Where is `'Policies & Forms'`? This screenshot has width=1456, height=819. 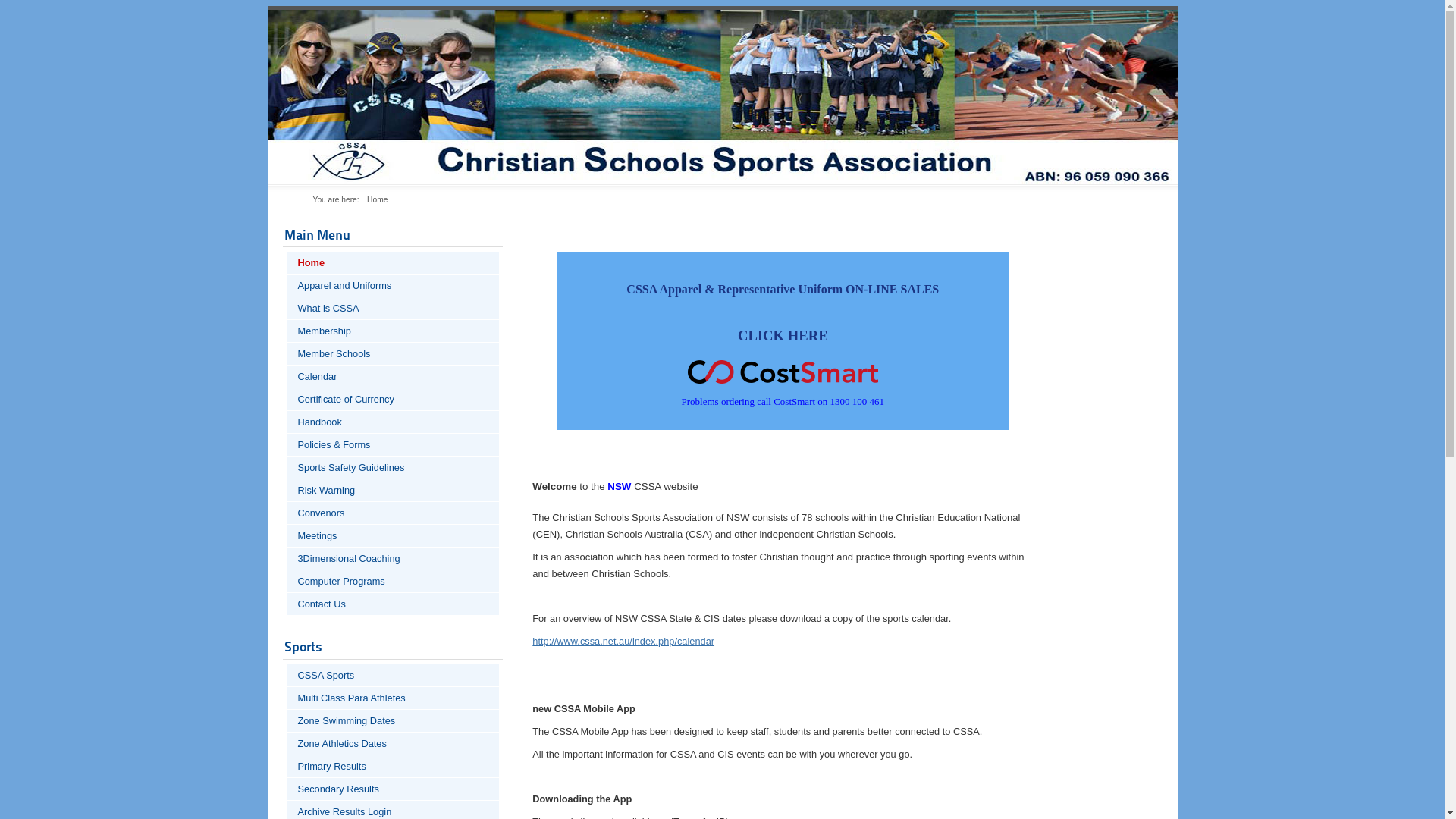
'Policies & Forms' is located at coordinates (287, 444).